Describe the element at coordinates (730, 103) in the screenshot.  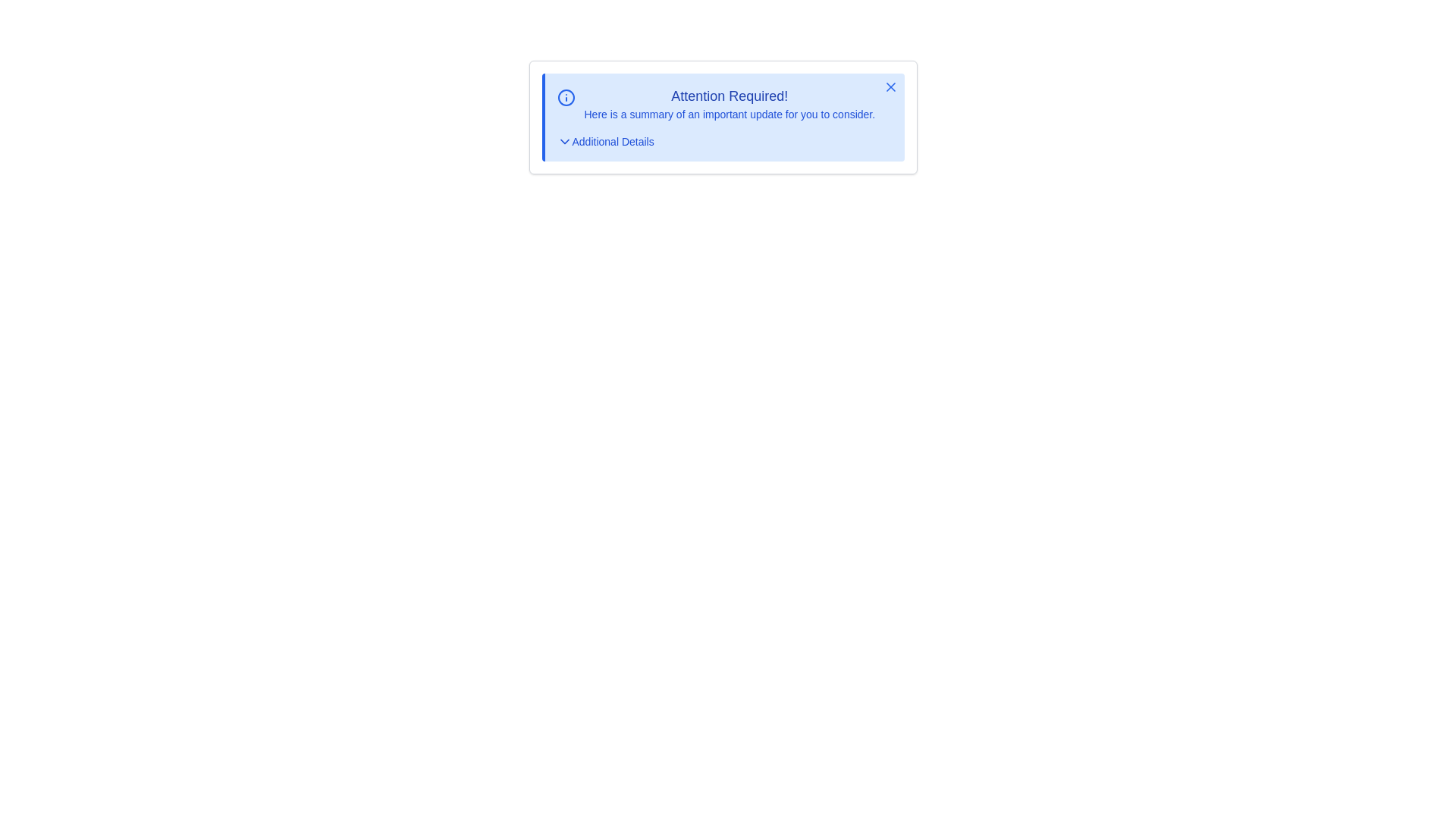
I see `important notification text block located in the upper part of the notification box, adjacent to the blue information icon` at that location.